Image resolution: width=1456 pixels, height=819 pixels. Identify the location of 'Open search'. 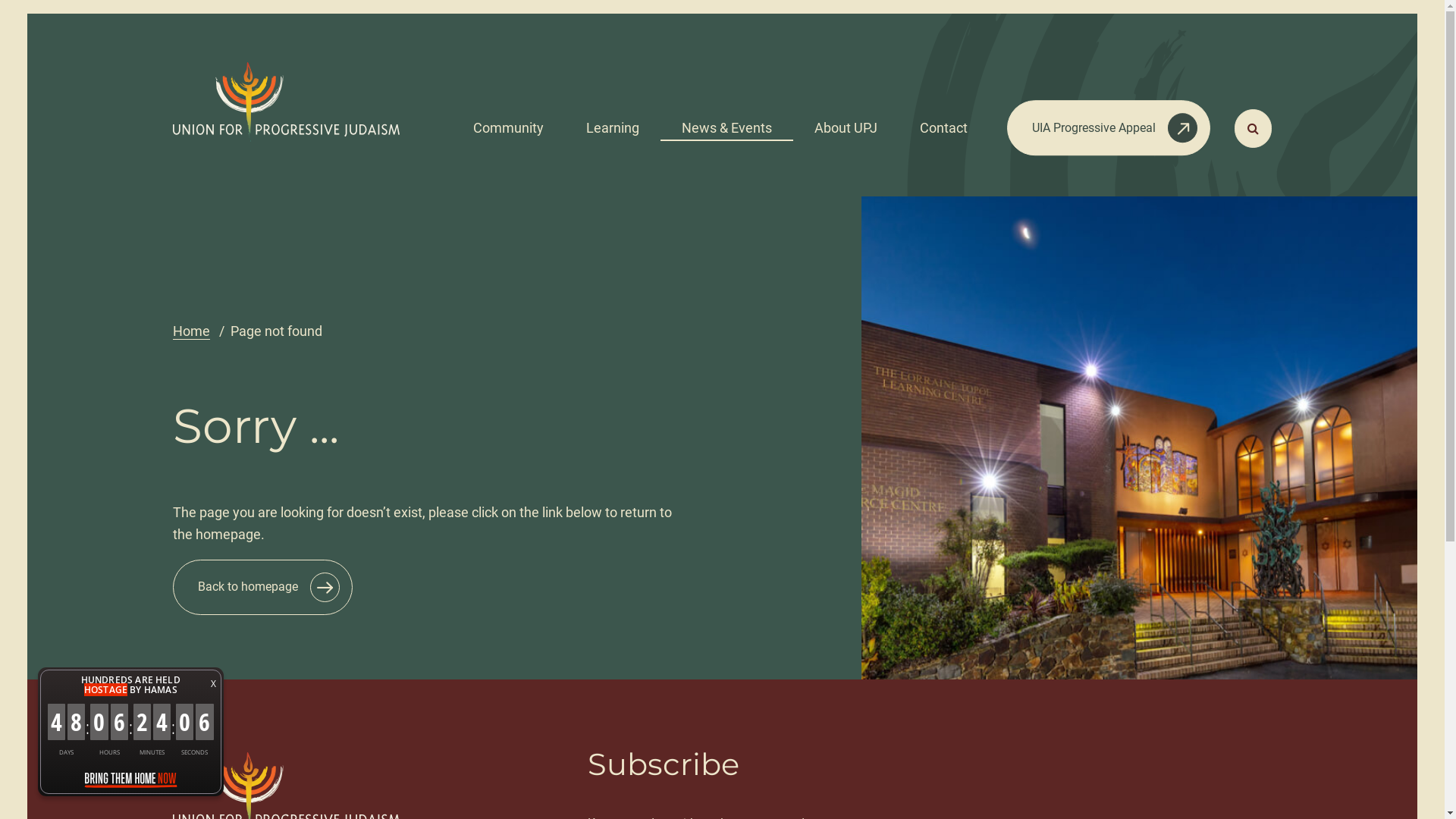
(1253, 127).